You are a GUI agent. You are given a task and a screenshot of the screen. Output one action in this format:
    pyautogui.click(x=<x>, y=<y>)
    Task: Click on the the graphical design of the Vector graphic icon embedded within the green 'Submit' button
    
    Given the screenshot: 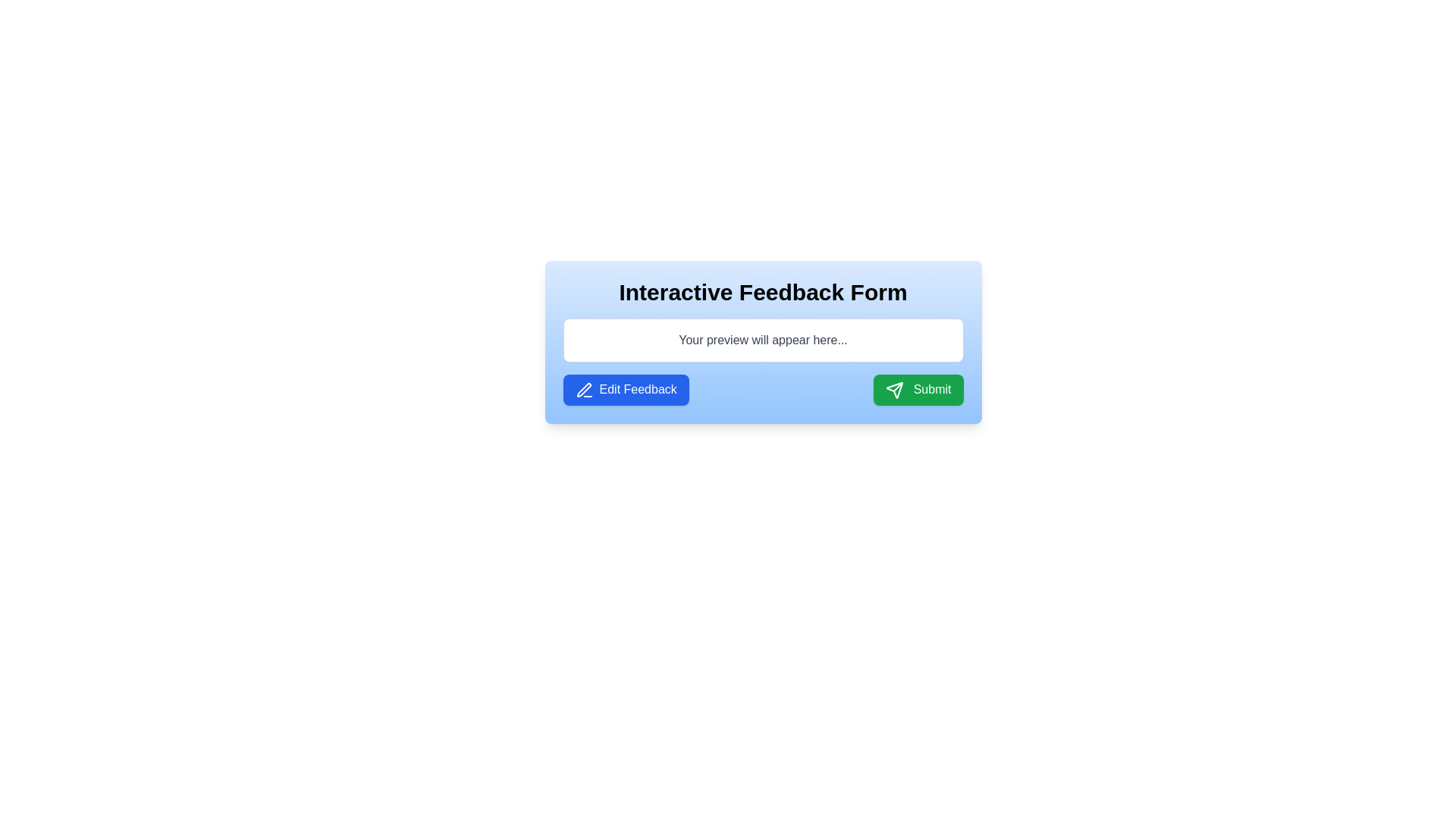 What is the action you would take?
    pyautogui.click(x=895, y=389)
    